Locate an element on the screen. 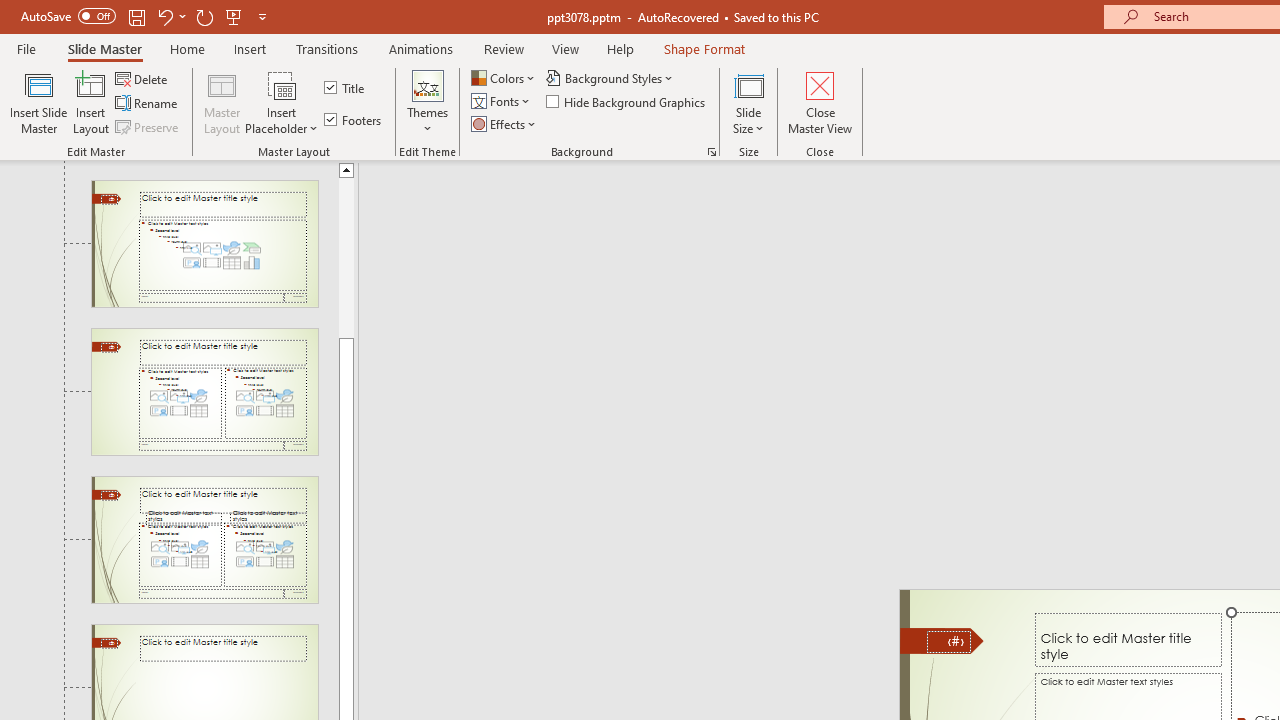  'Slide Master' is located at coordinates (103, 48).